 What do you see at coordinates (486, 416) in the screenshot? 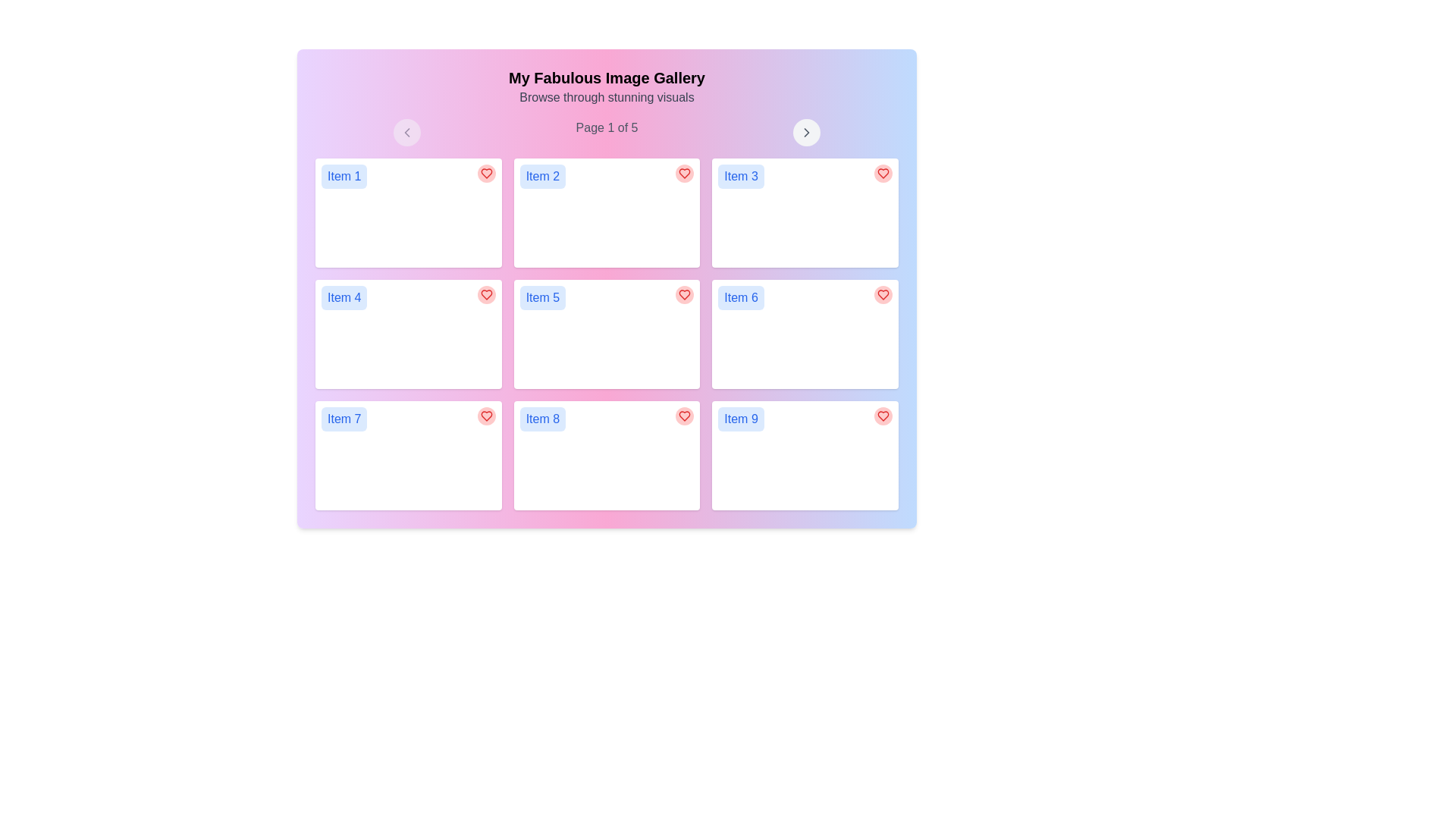
I see `the heart-shaped icon in the 'Item 7' box` at bounding box center [486, 416].